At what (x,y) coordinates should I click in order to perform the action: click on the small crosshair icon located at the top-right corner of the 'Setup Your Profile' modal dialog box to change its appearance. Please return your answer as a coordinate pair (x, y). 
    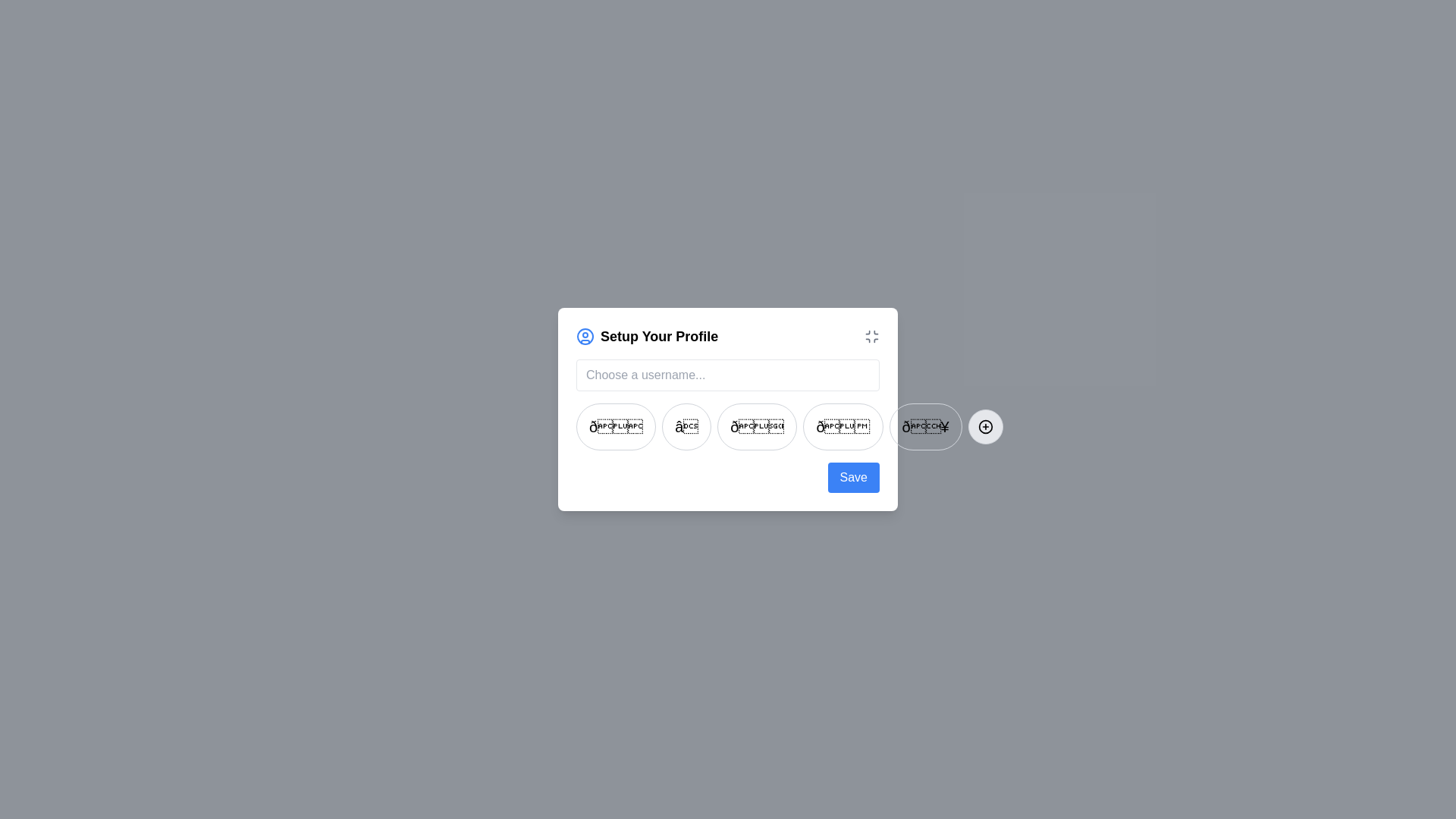
    Looking at the image, I should click on (872, 335).